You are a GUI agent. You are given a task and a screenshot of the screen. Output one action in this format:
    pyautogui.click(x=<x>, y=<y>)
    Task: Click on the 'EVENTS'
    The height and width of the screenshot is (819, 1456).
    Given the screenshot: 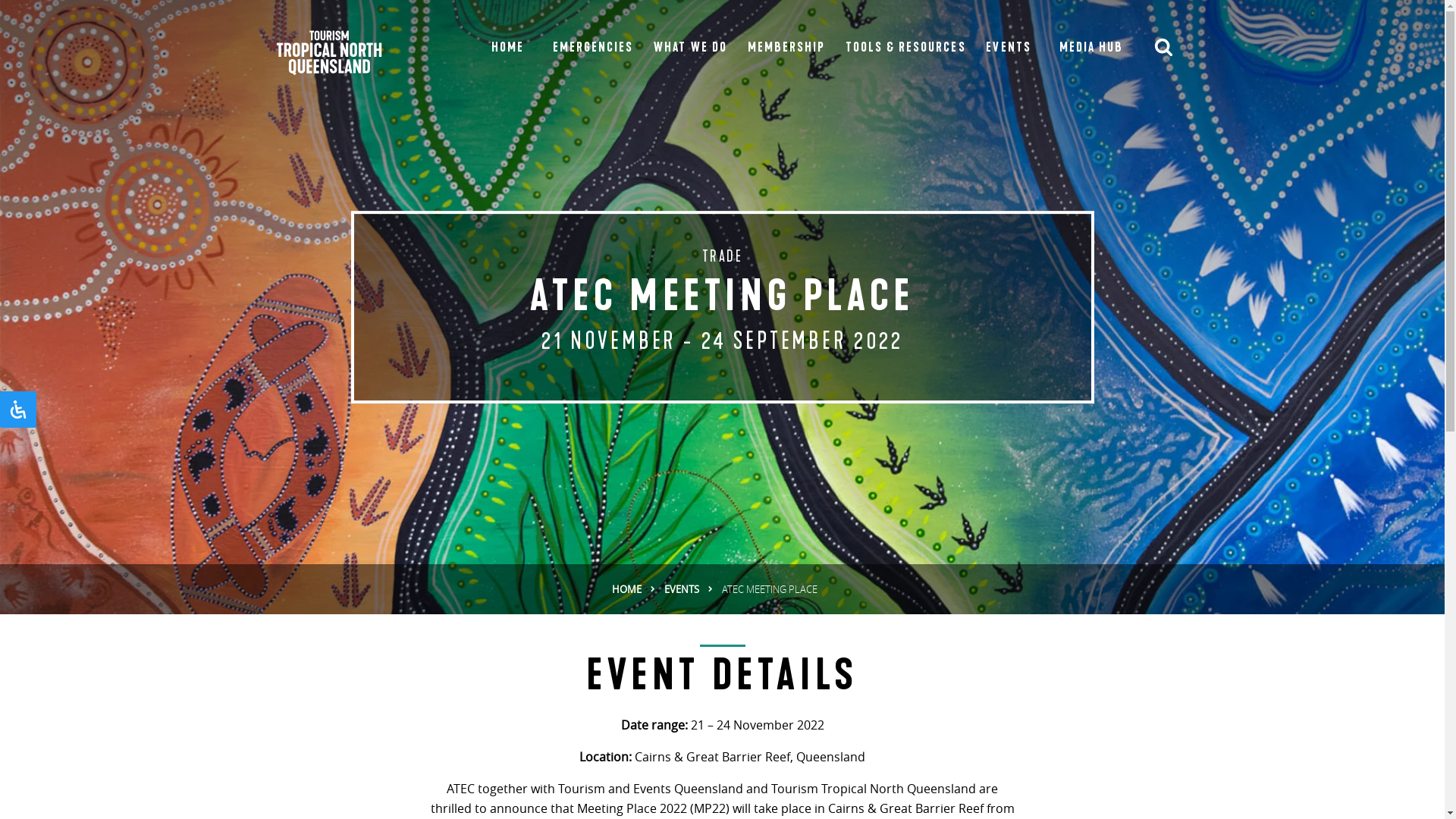 What is the action you would take?
    pyautogui.click(x=680, y=589)
    